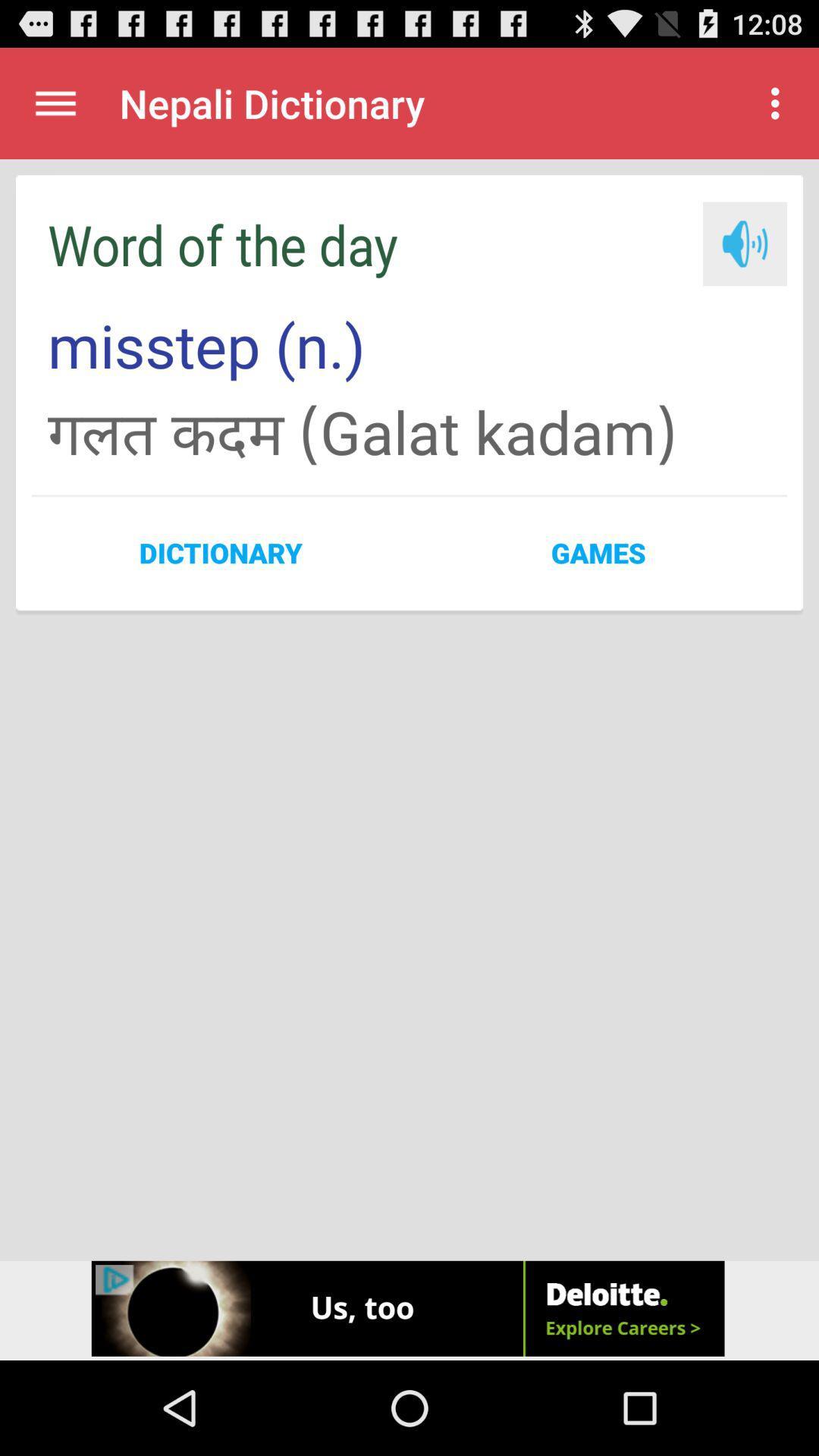  I want to click on show advertisement, so click(409, 1310).